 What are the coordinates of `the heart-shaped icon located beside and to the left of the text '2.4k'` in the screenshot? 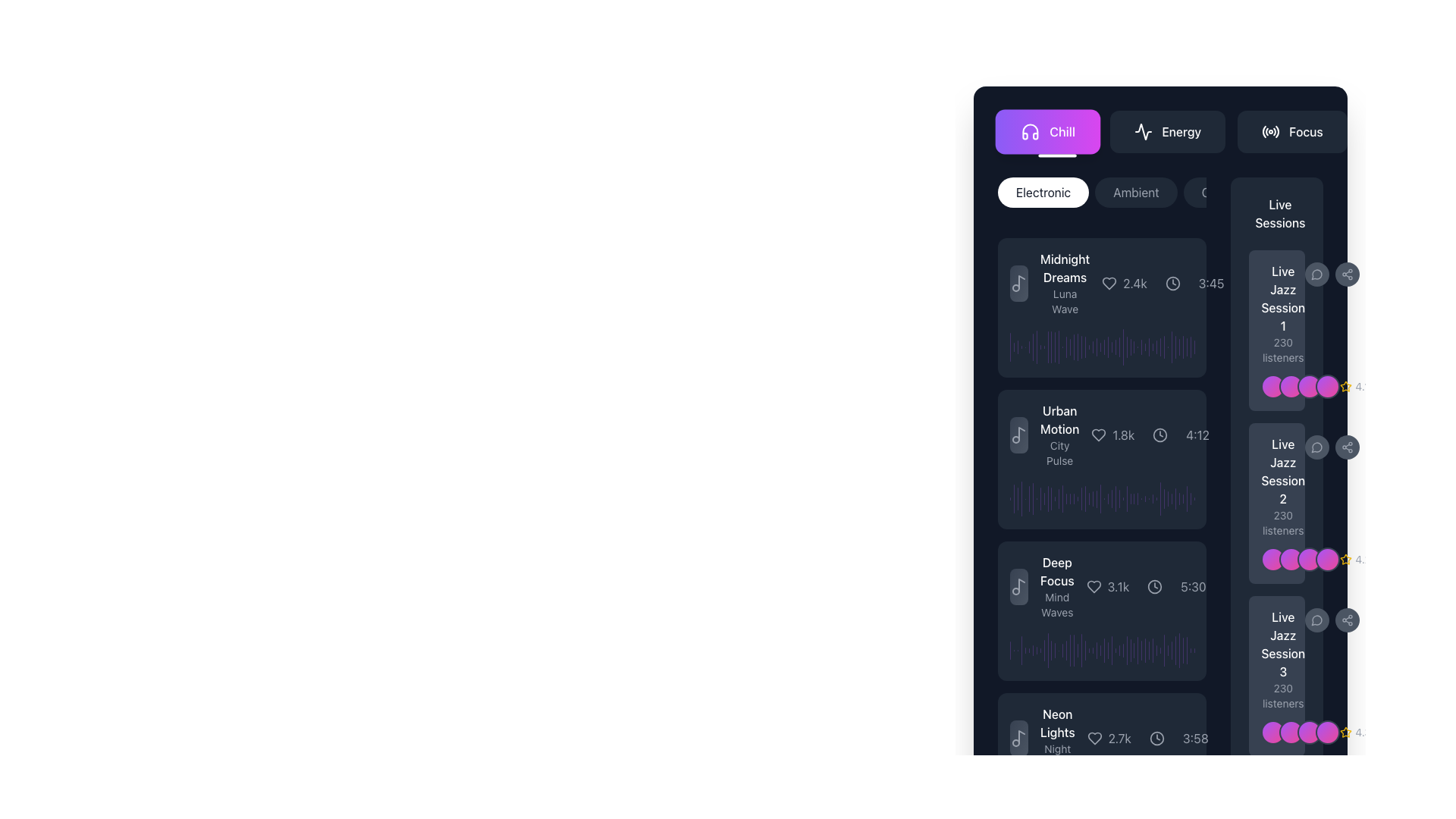 It's located at (1109, 284).